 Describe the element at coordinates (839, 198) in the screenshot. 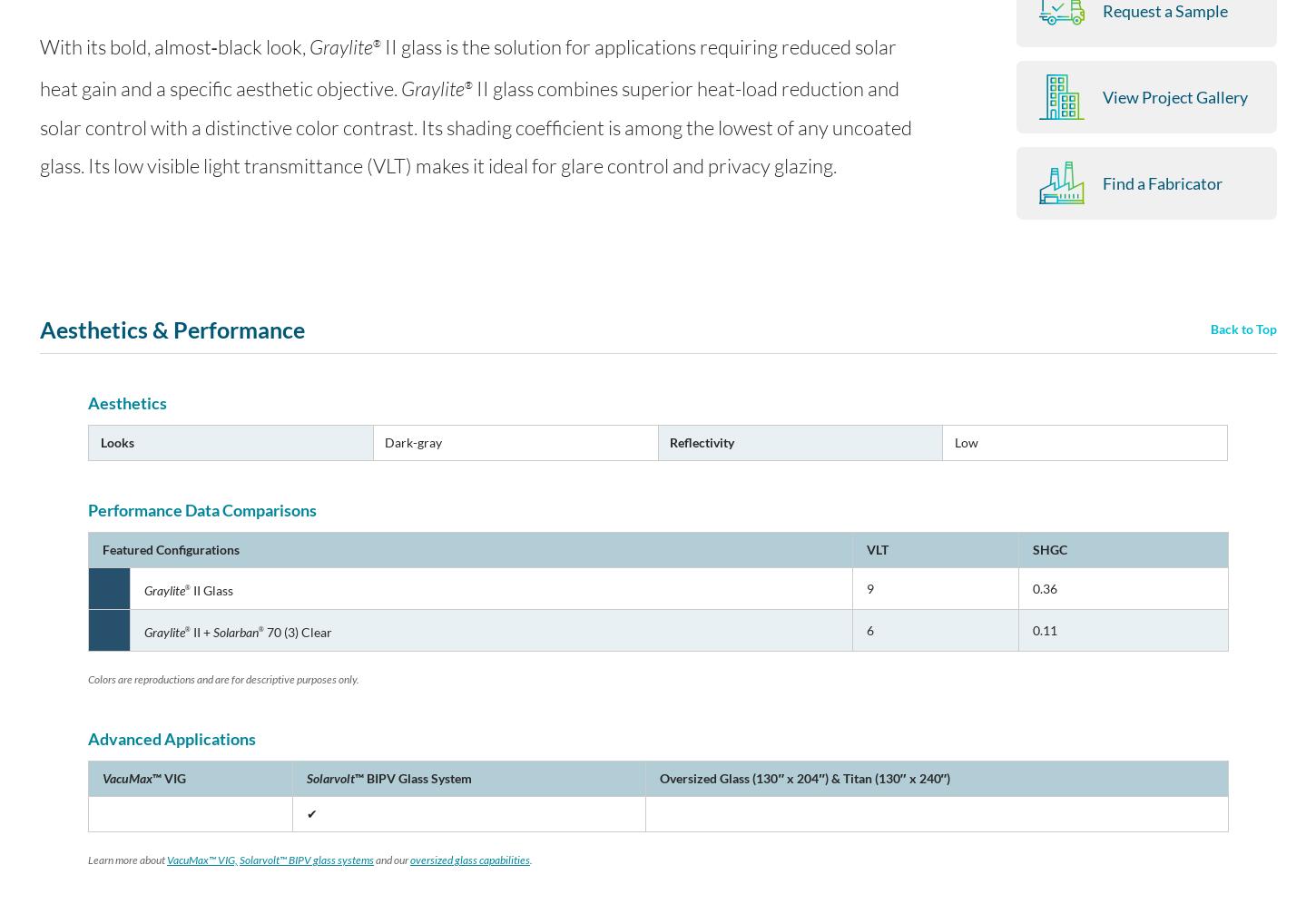

I see `'Includes'` at that location.